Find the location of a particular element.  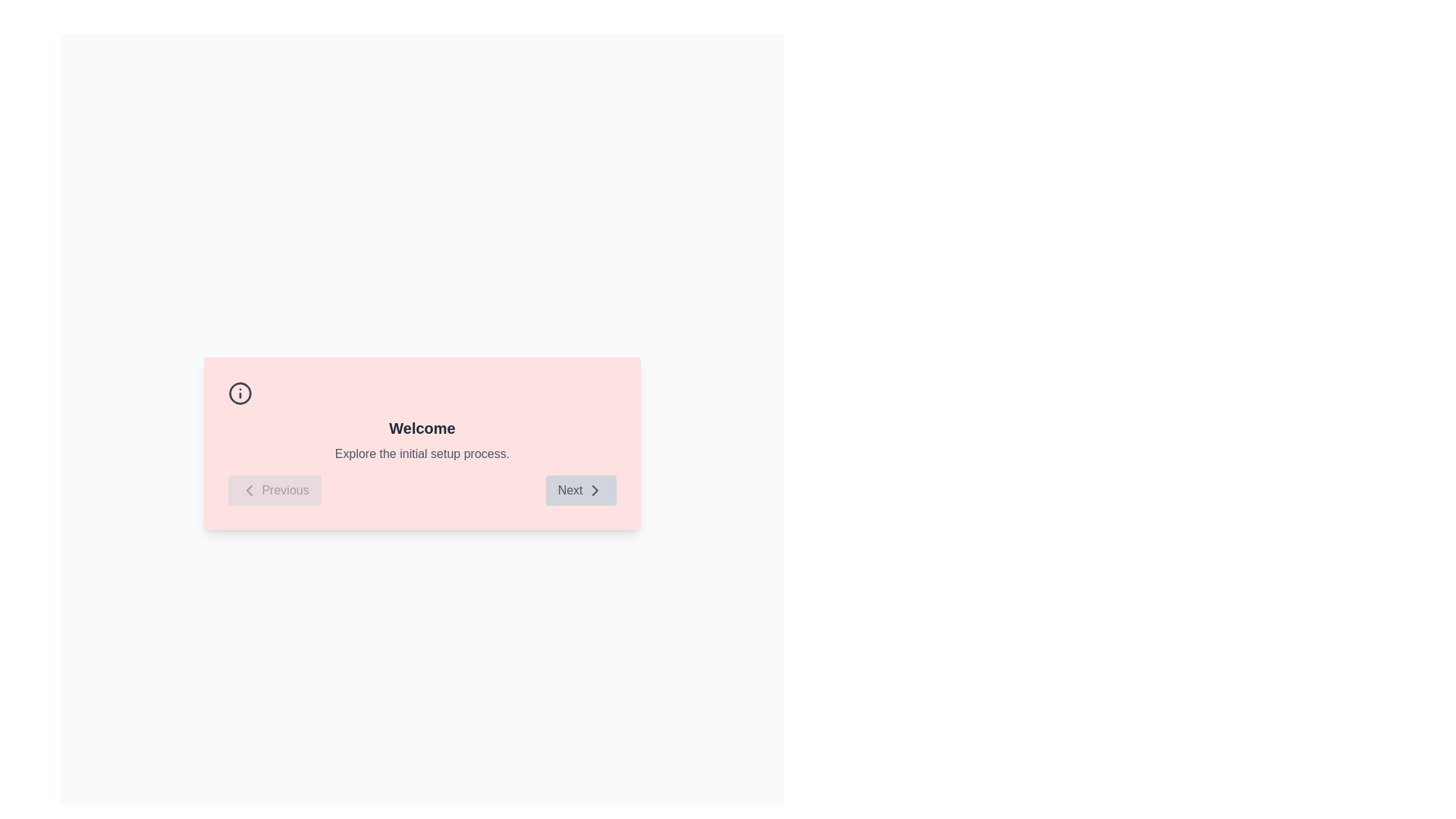

message displayed in the text block that says 'Welcome' and 'Explore the initial setup process.' is located at coordinates (422, 421).